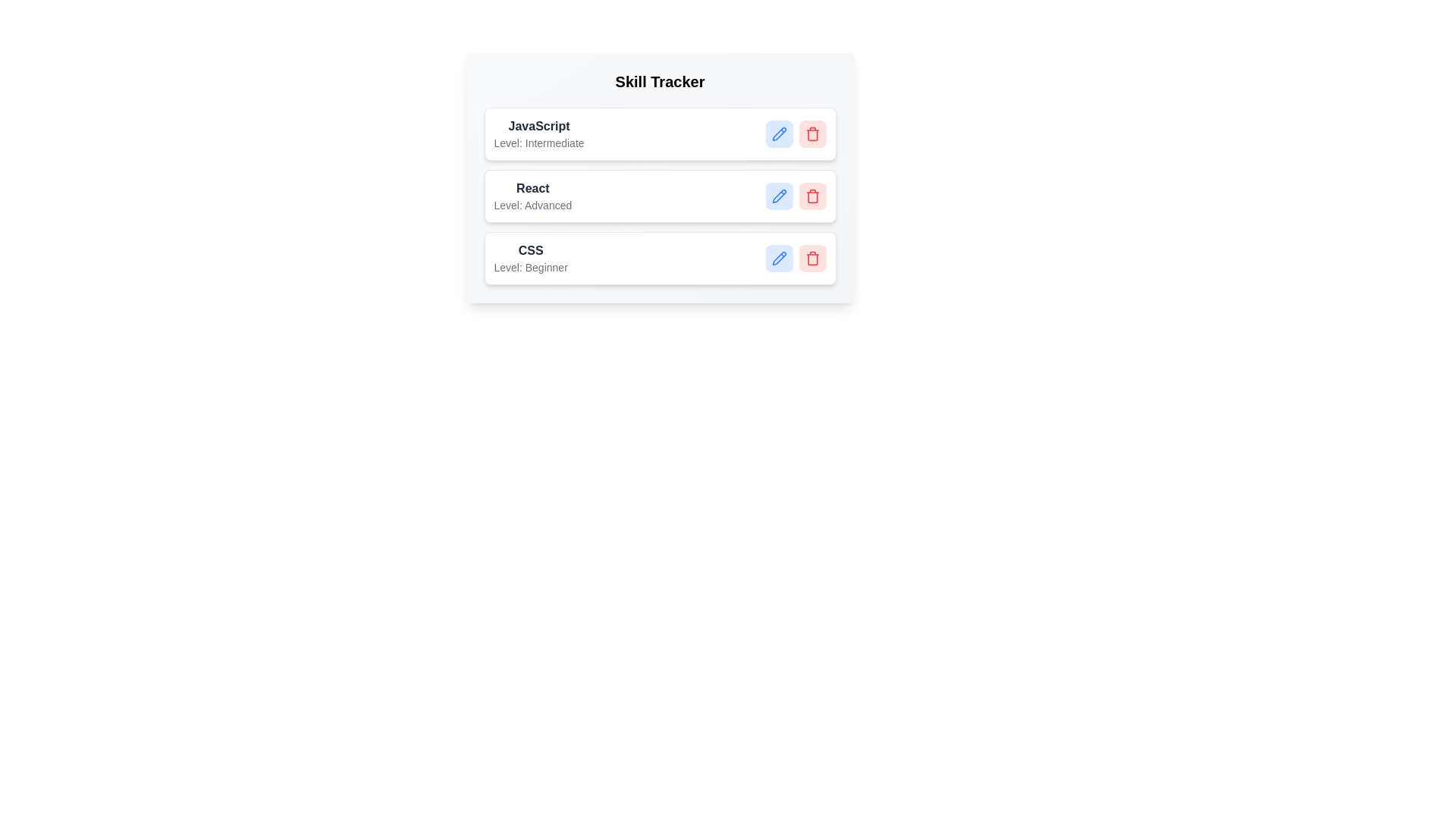  I want to click on the text of a skill name React, so click(532, 188).